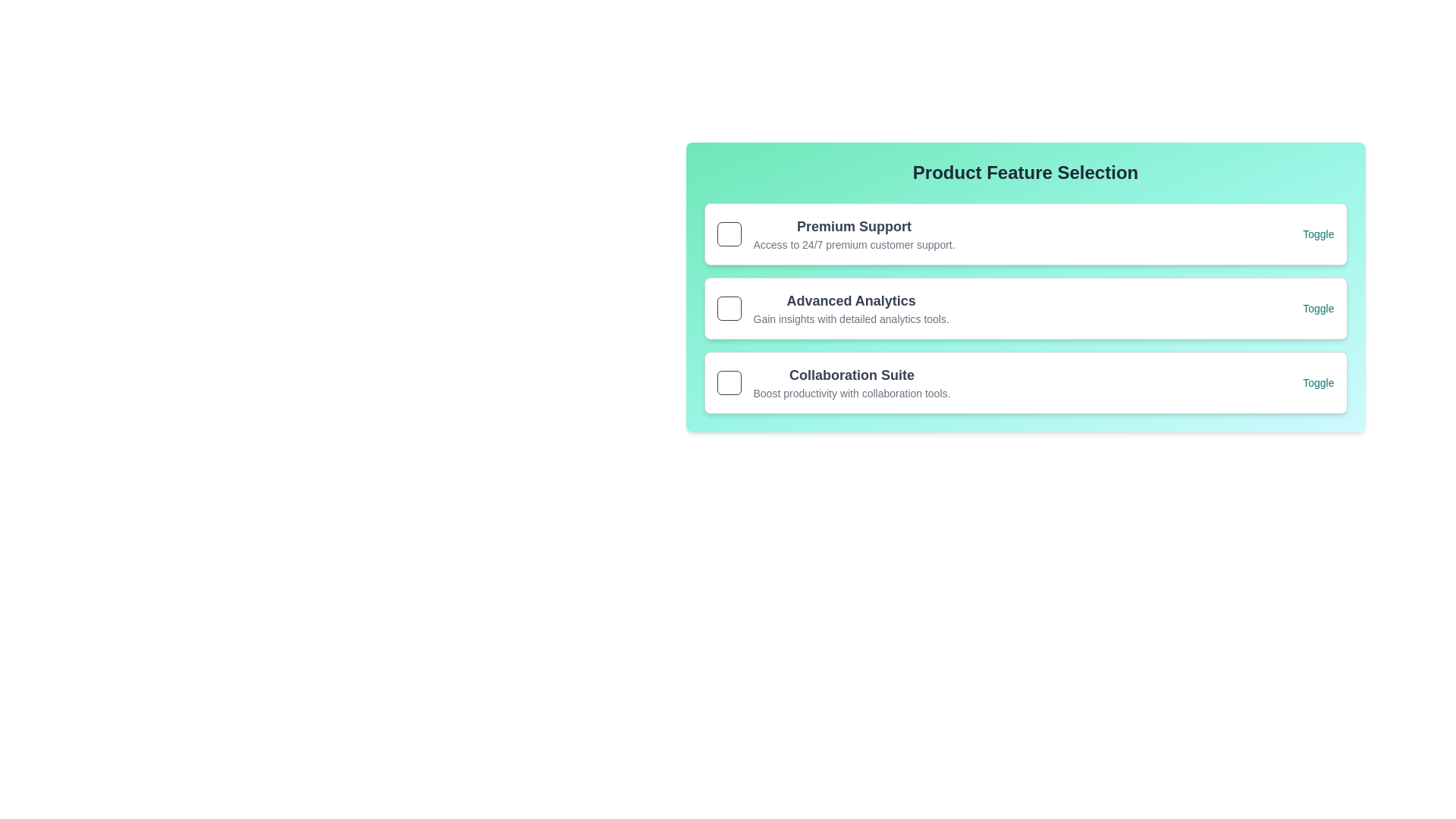 This screenshot has width=1456, height=819. What do you see at coordinates (851, 308) in the screenshot?
I see `the 'Advanced Analytics' Text Block, which displays a title in bold and a description in lighter font, located between 'Premium Support' and 'Collaboration Suite'` at bounding box center [851, 308].